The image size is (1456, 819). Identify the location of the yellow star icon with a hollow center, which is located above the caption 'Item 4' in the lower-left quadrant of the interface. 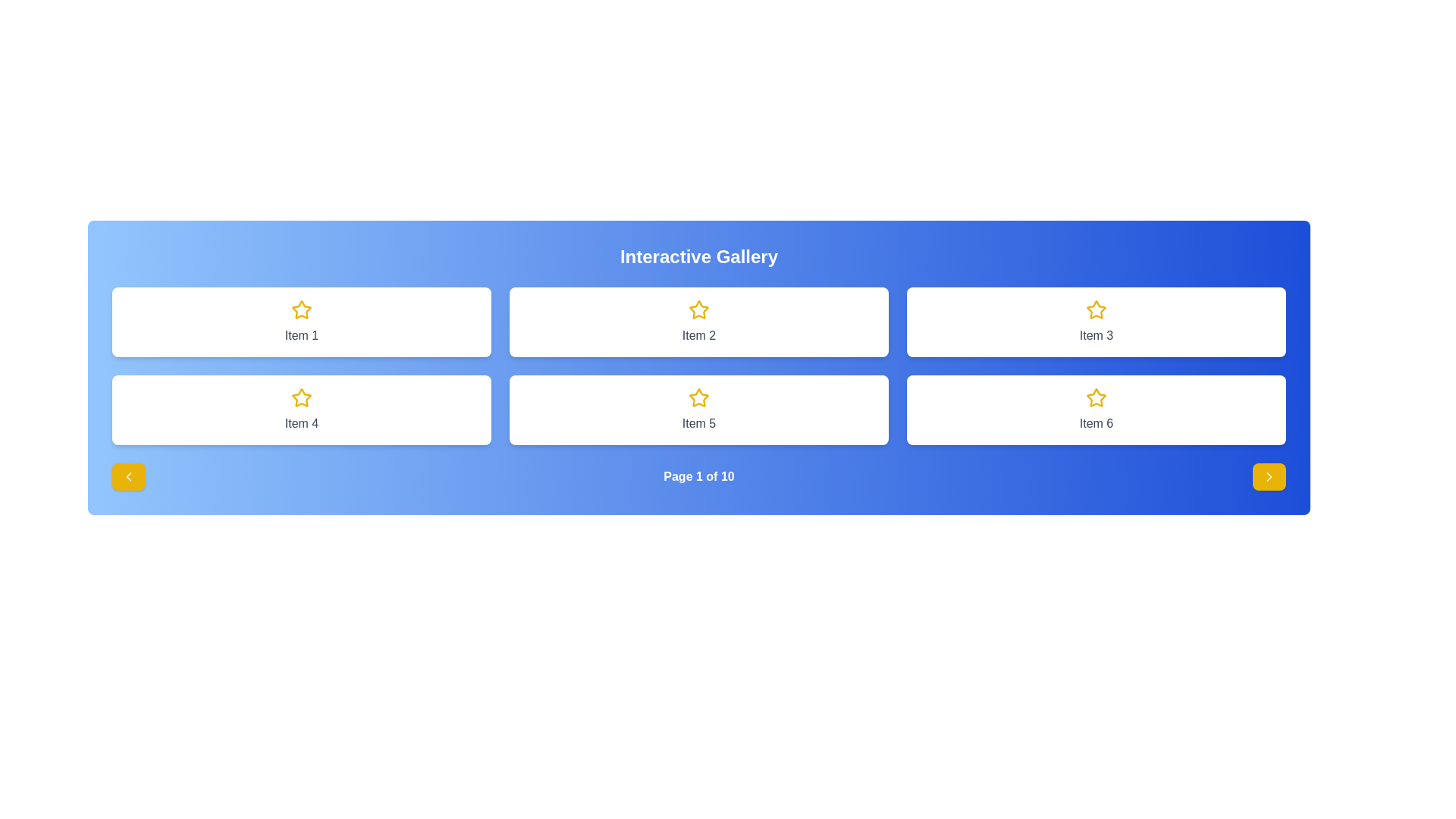
(302, 397).